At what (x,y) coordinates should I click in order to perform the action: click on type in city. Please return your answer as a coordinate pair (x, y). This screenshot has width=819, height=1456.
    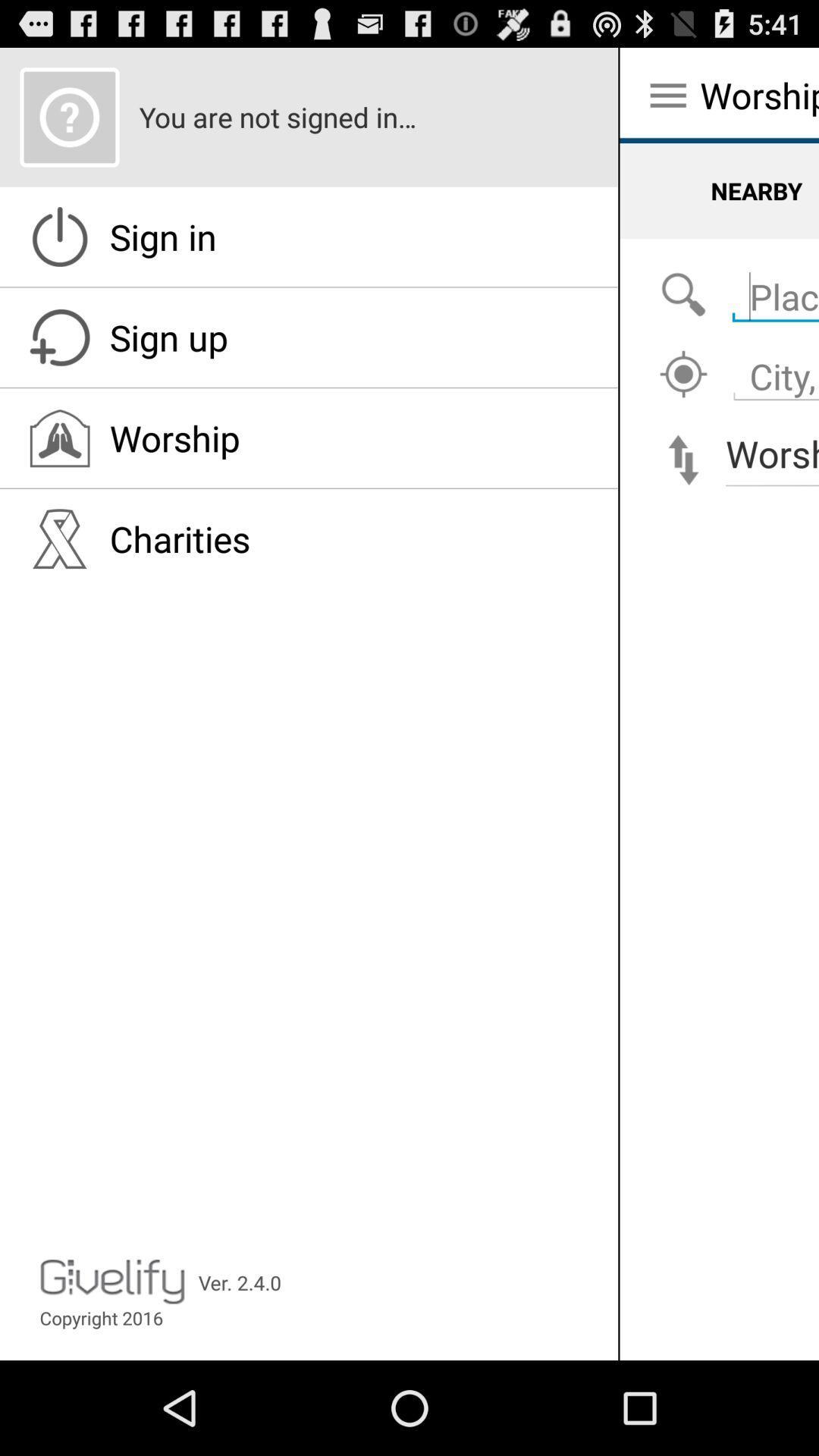
    Looking at the image, I should click on (772, 368).